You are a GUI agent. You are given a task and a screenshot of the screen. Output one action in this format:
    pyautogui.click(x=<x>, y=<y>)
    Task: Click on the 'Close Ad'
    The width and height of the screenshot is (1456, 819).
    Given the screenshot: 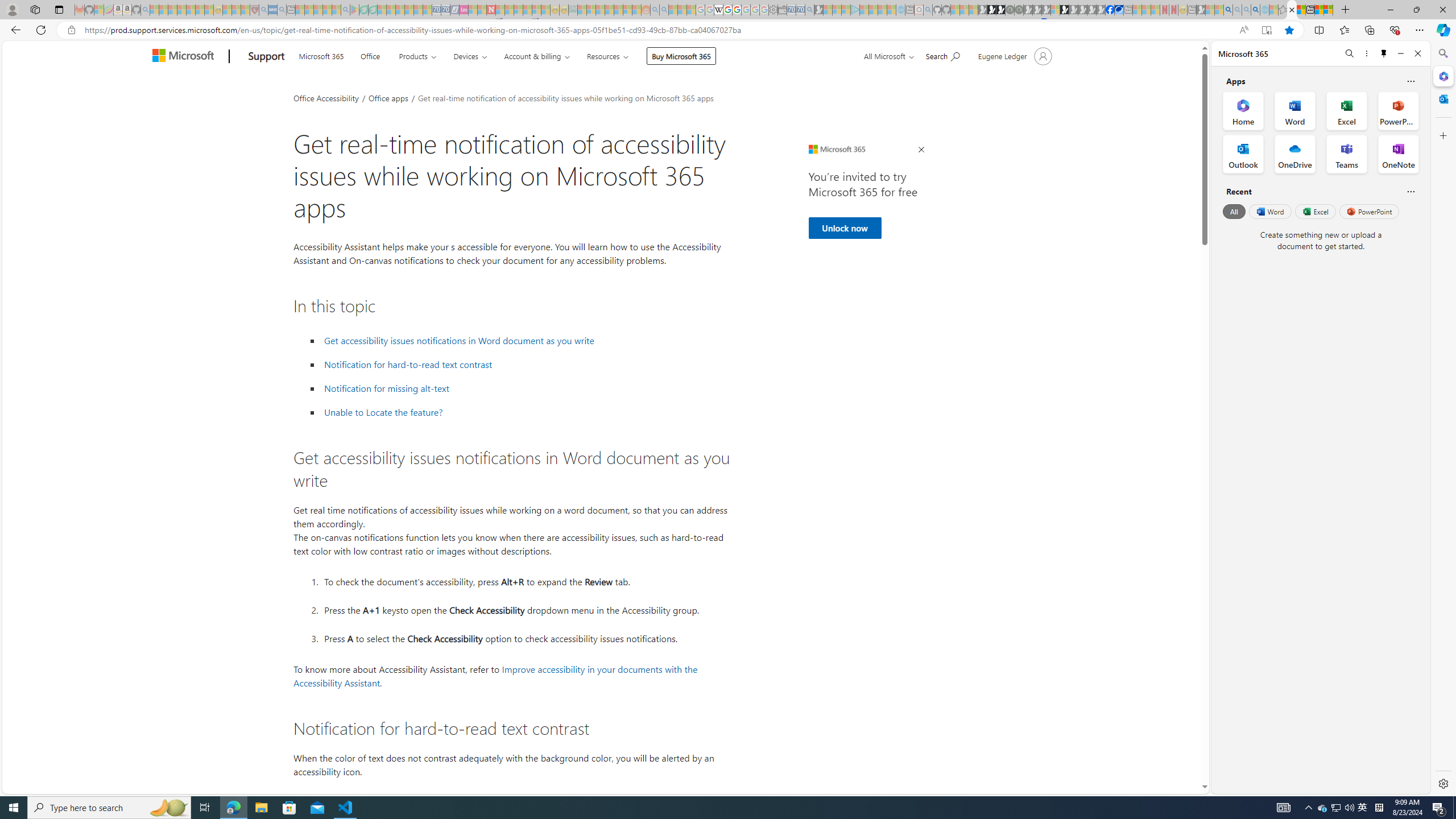 What is the action you would take?
    pyautogui.click(x=920, y=150)
    